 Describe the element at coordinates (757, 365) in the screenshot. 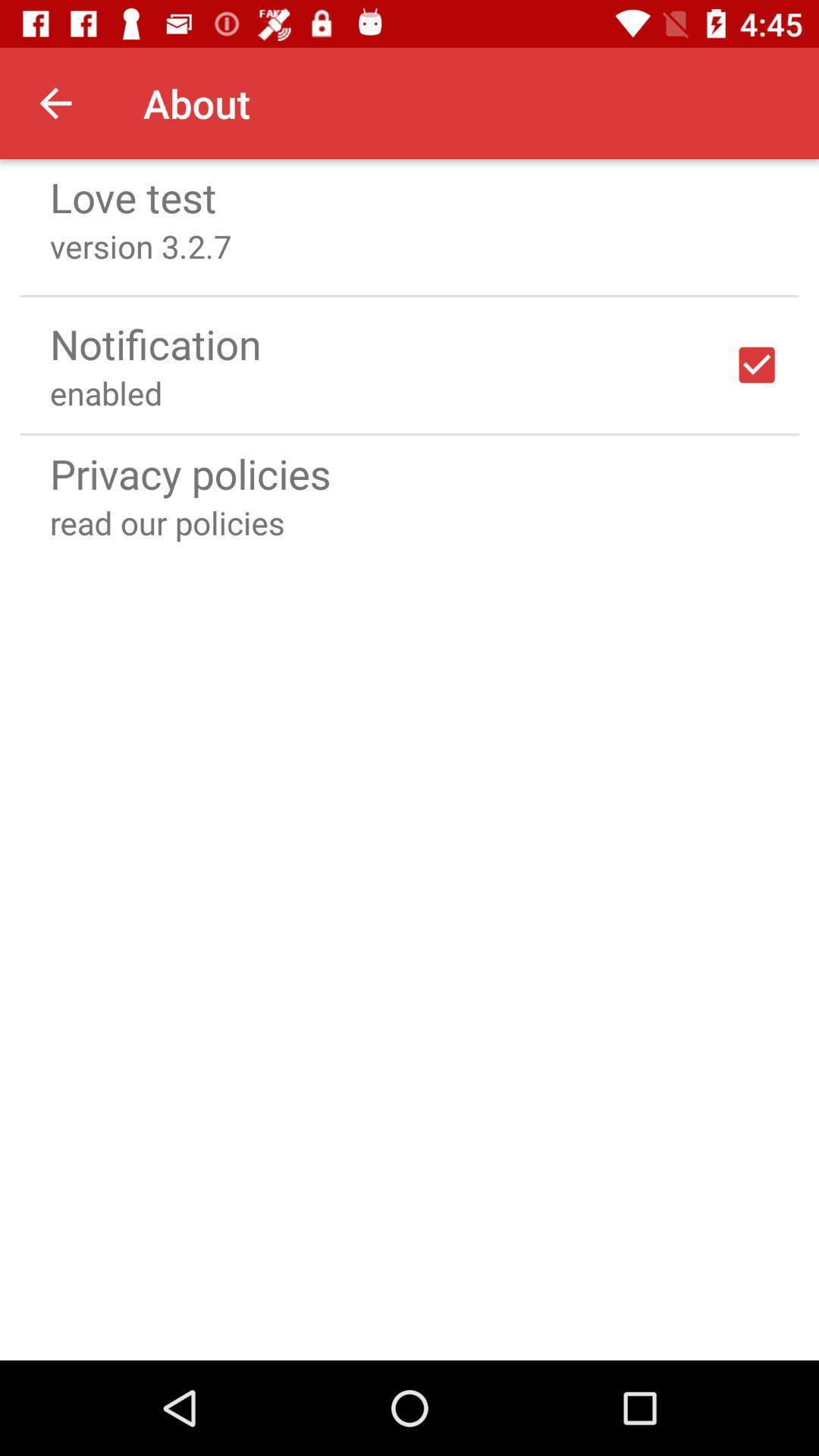

I see `enable notifications` at that location.